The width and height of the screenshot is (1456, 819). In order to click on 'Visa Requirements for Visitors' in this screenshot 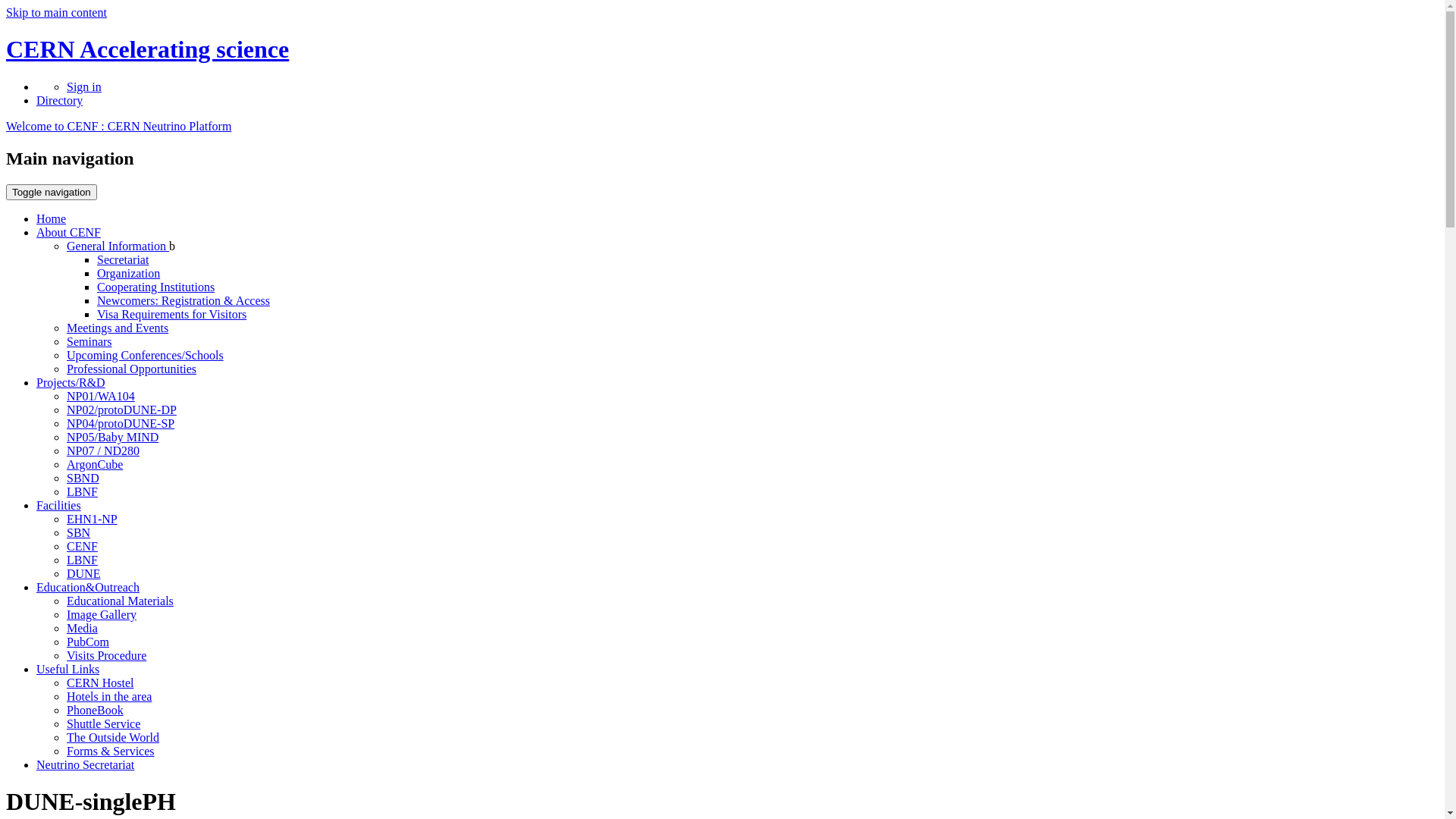, I will do `click(171, 313)`.